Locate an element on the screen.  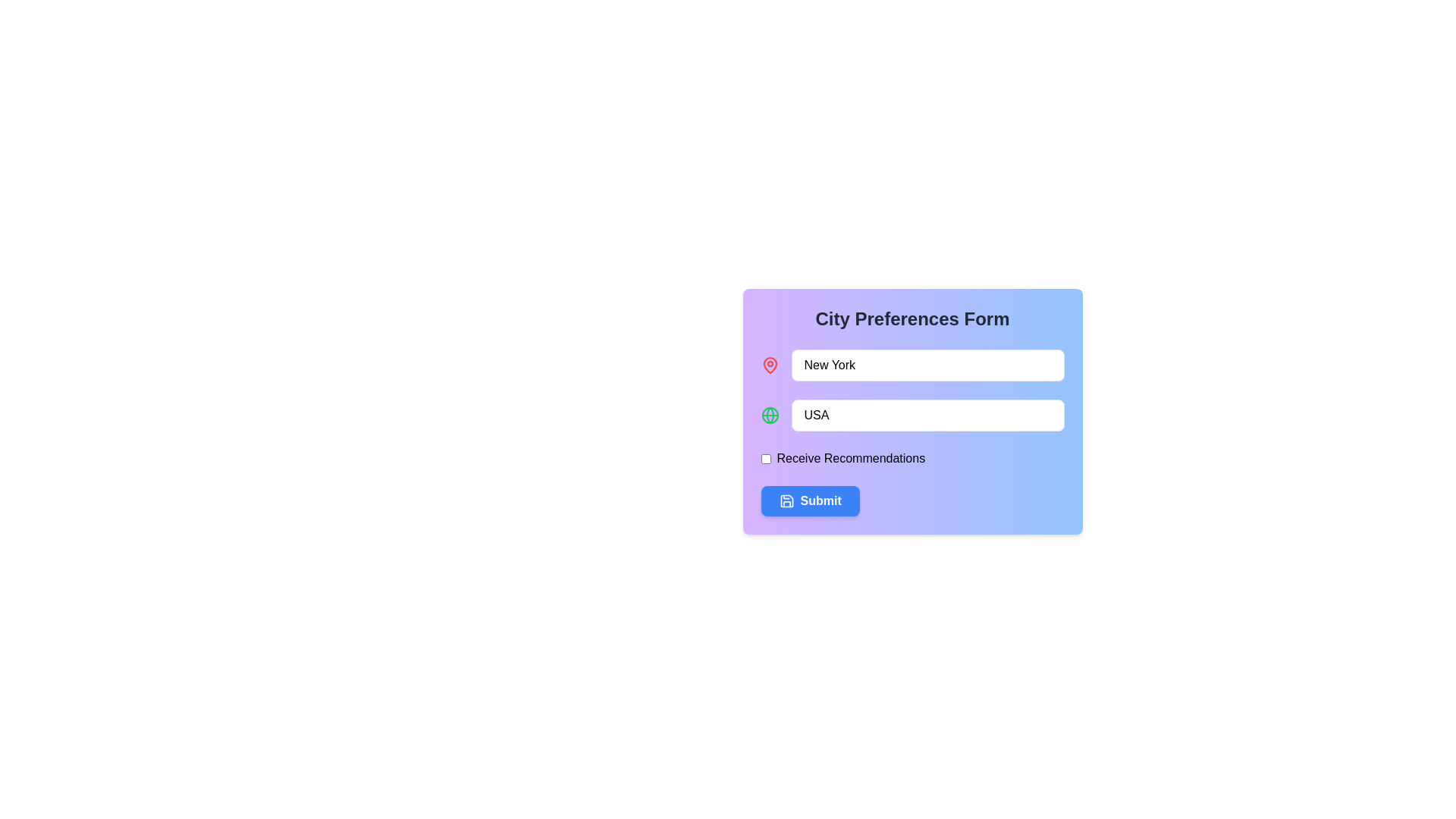
the checkbox associated with the text label indicating the functionality to opt-in for receiving recommendations is located at coordinates (842, 458).